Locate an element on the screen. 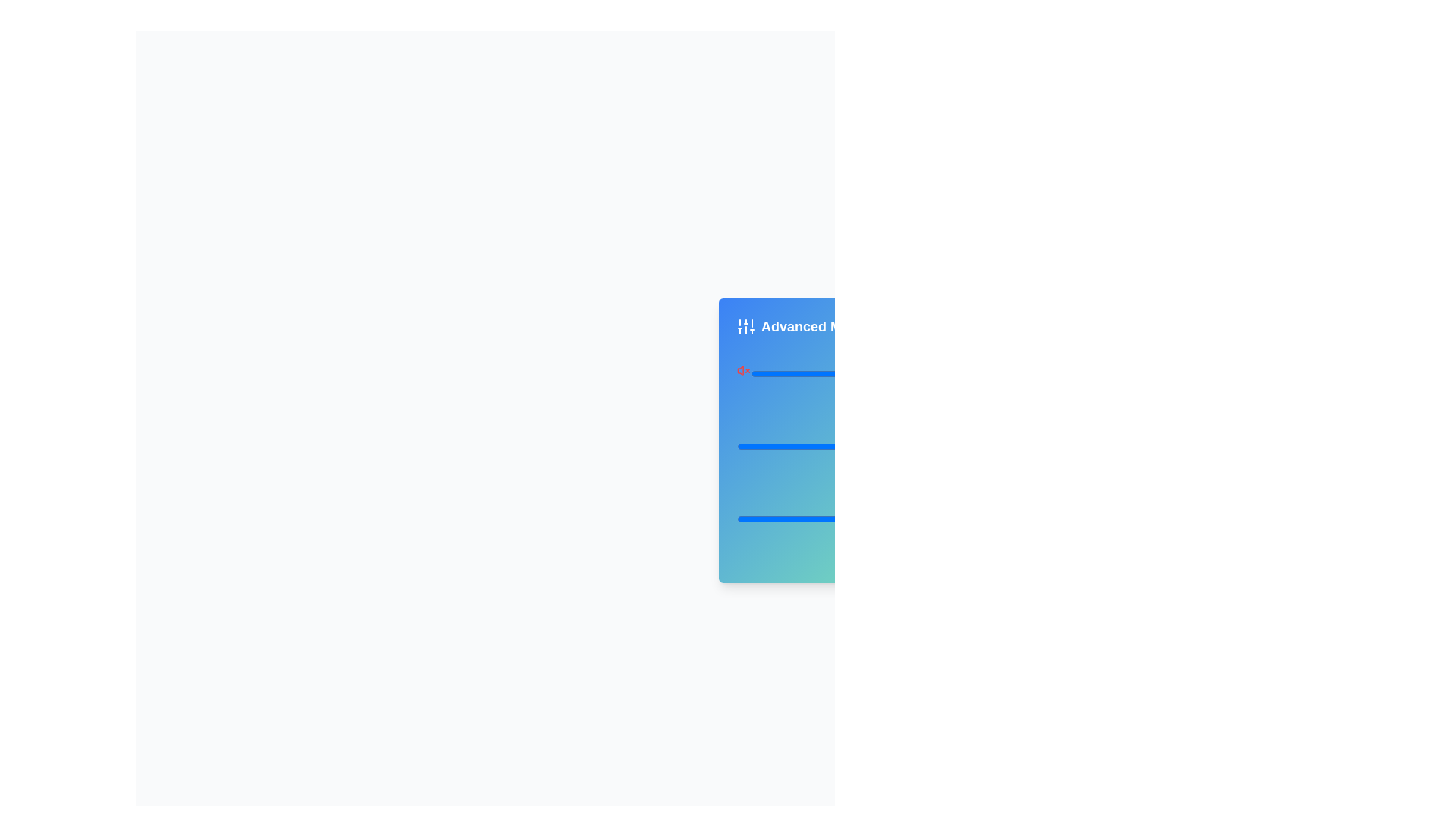  the balance value is located at coordinates (747, 446).